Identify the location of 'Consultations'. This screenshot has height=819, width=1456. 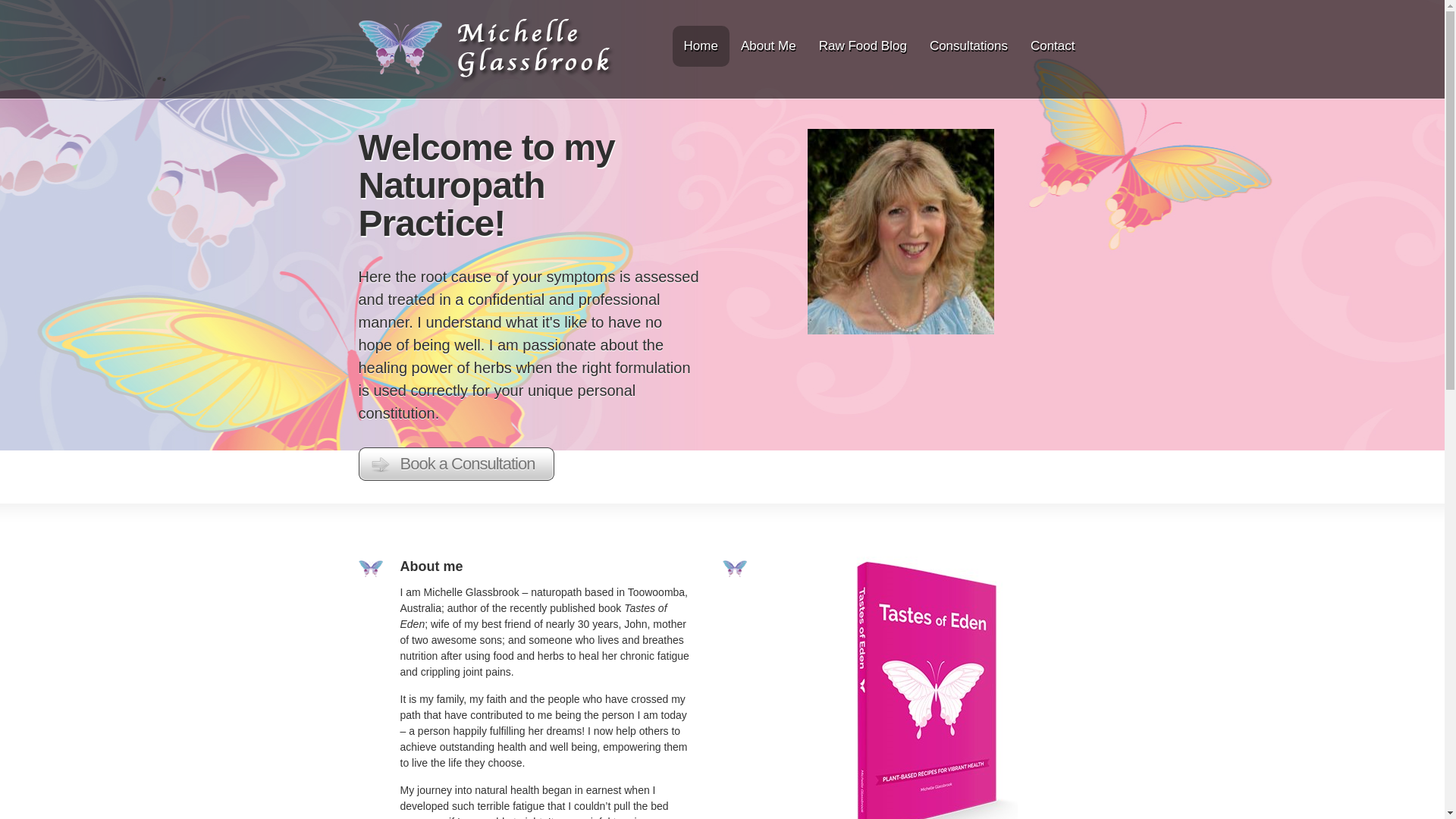
(968, 45).